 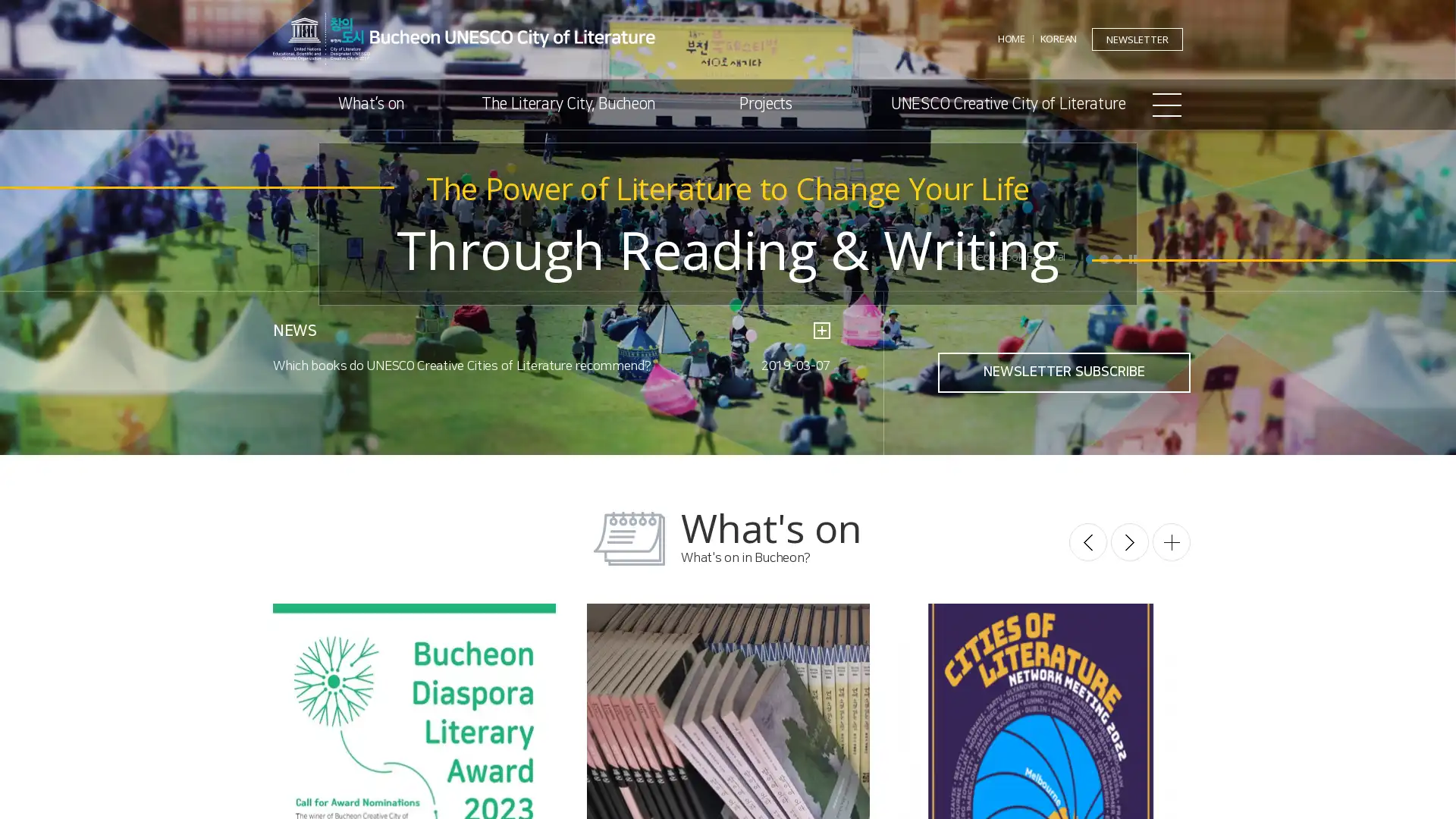 I want to click on Open all menu, so click(x=1167, y=104).